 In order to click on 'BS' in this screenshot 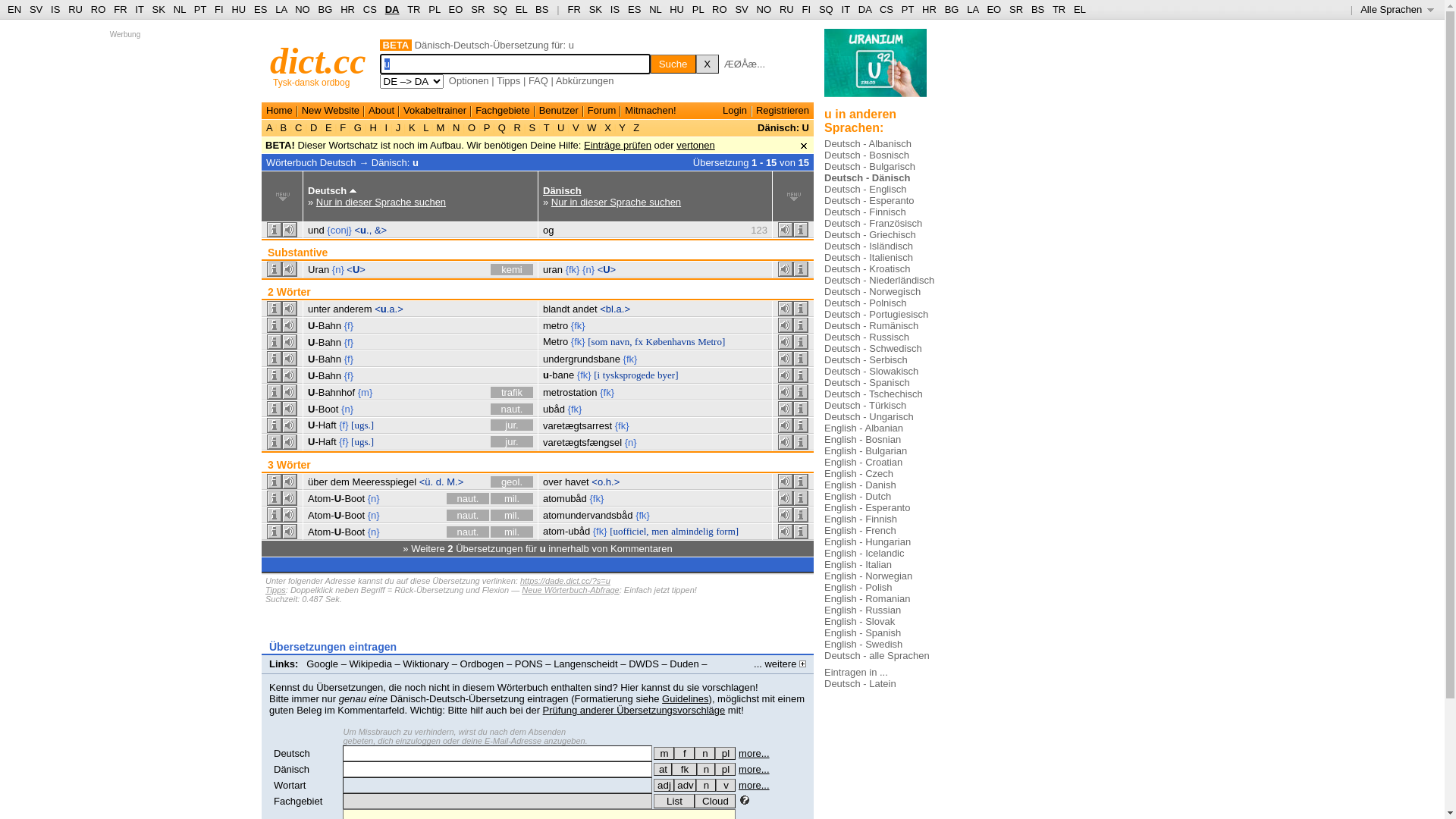, I will do `click(541, 9)`.